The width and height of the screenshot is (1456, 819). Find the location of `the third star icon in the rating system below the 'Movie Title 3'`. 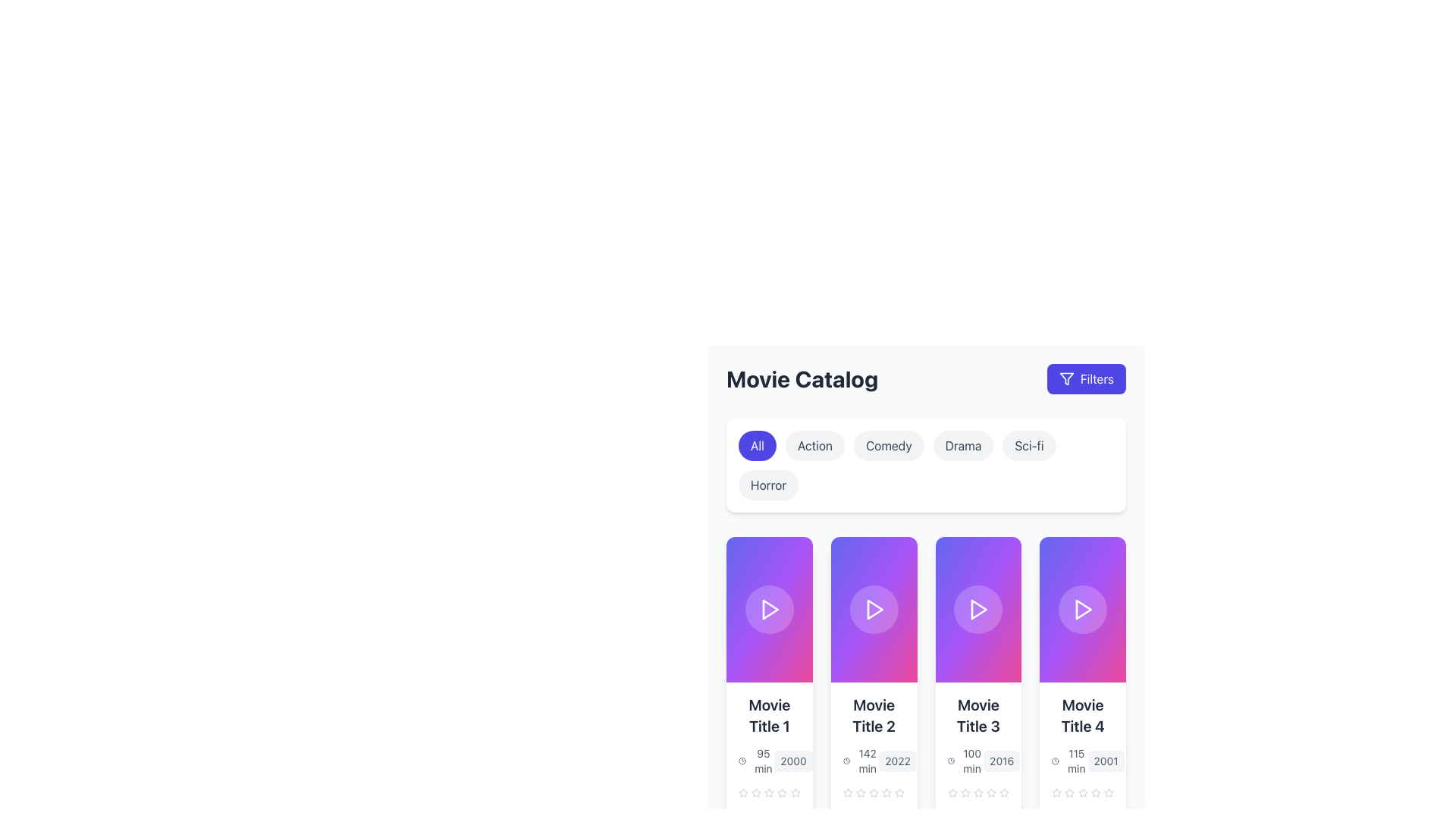

the third star icon in the rating system below the 'Movie Title 3' is located at coordinates (965, 792).